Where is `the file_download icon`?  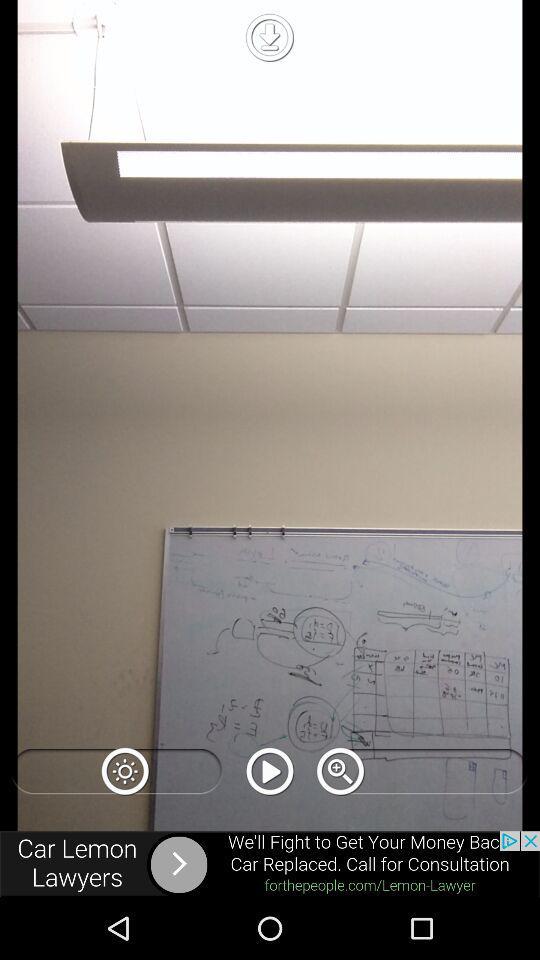
the file_download icon is located at coordinates (269, 36).